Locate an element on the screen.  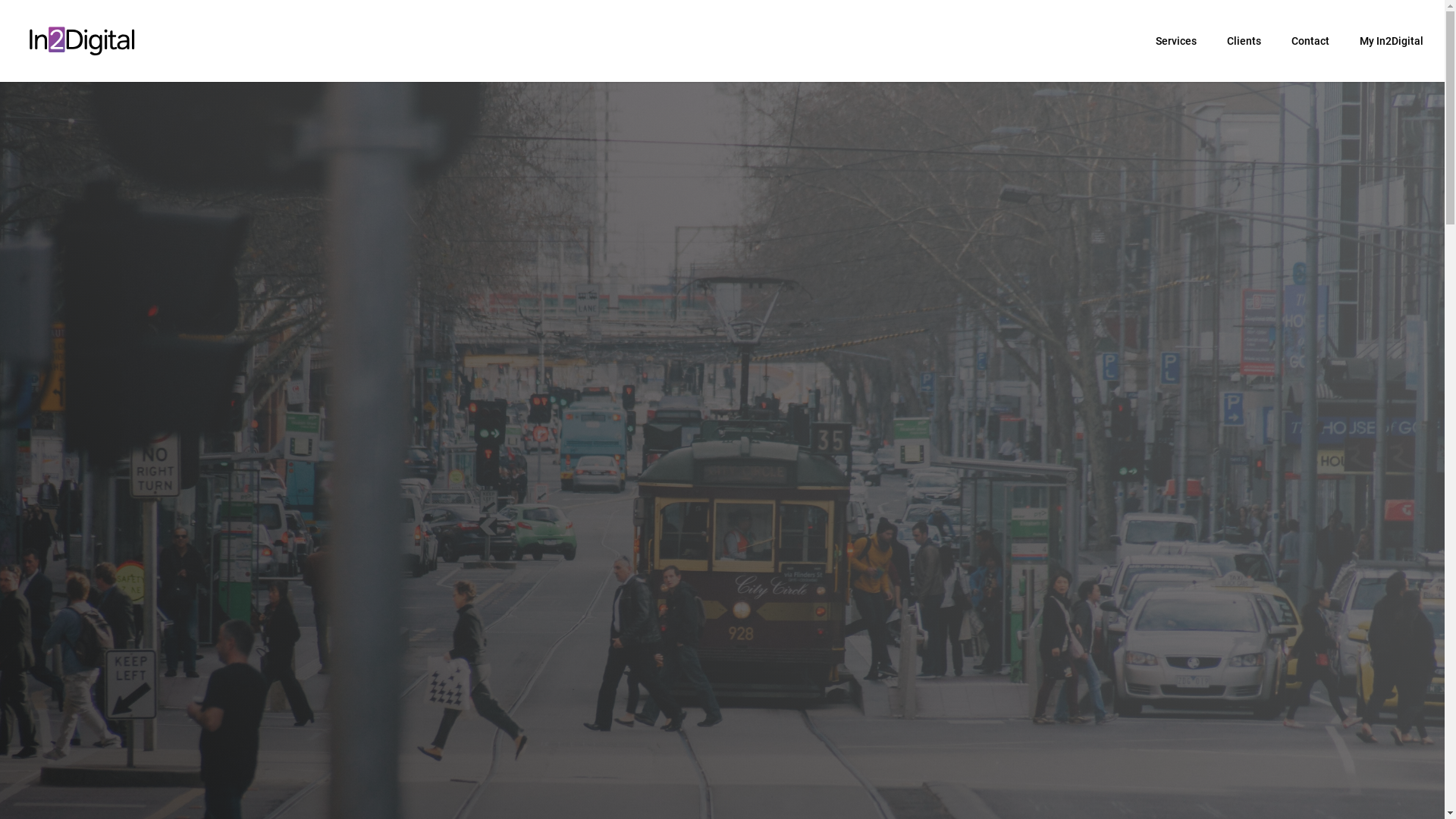
'My In2Digital' is located at coordinates (1360, 40).